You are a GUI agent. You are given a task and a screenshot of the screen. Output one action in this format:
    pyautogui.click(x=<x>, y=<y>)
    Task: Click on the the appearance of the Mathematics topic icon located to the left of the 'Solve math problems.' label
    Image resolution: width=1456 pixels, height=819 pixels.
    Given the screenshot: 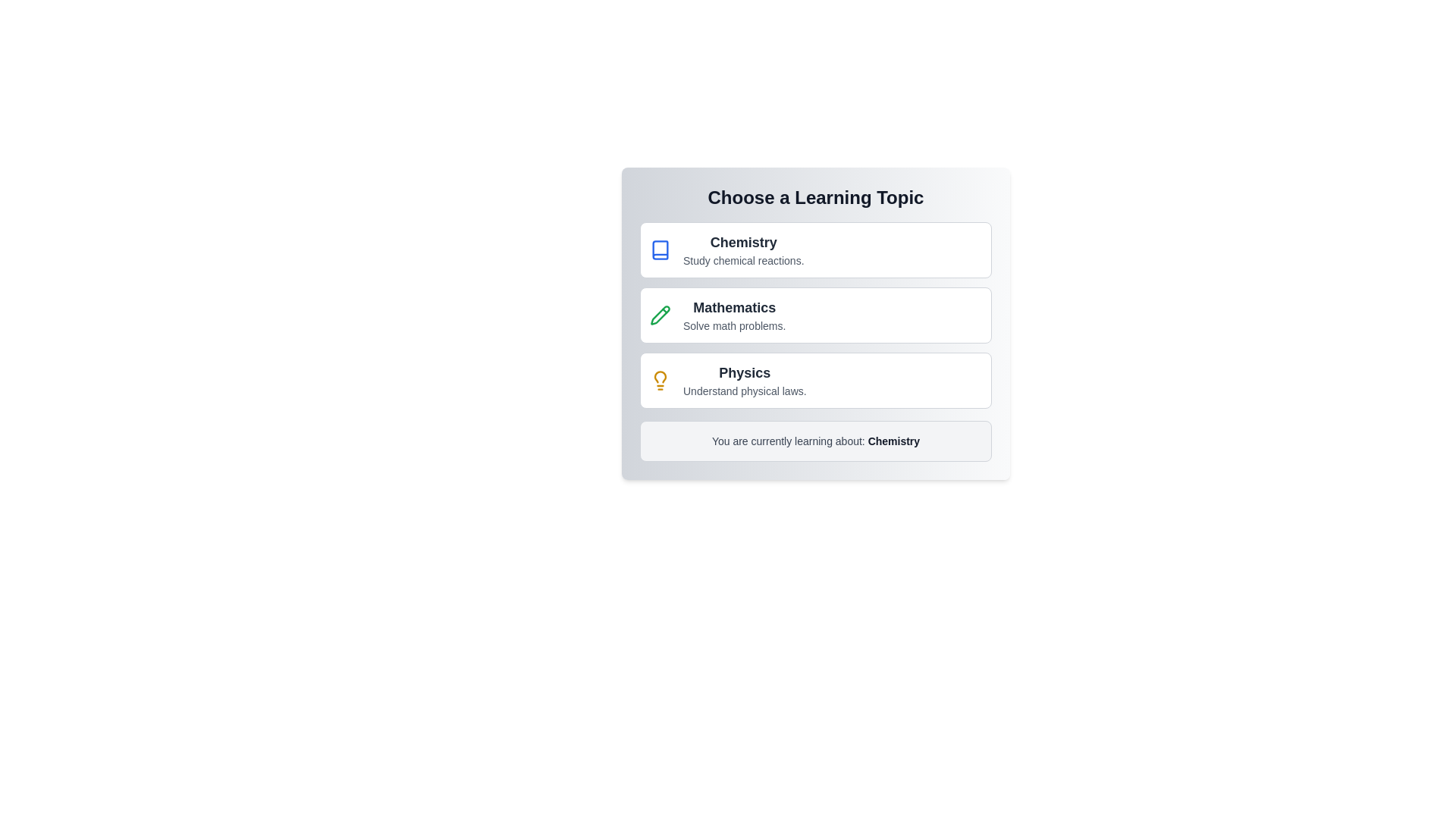 What is the action you would take?
    pyautogui.click(x=660, y=315)
    